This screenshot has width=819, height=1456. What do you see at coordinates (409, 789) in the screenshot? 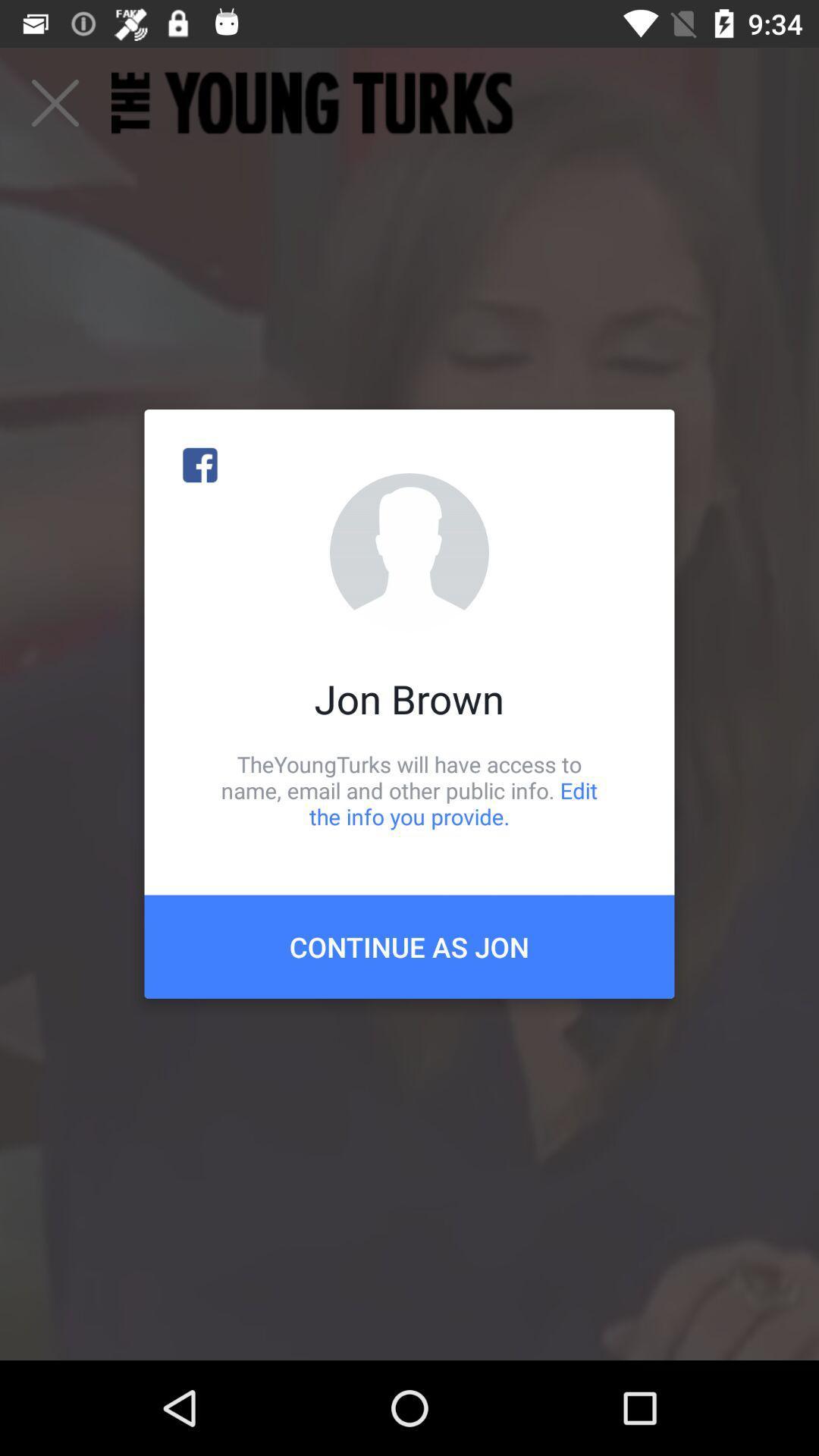
I see `the theyoungturks will have` at bounding box center [409, 789].